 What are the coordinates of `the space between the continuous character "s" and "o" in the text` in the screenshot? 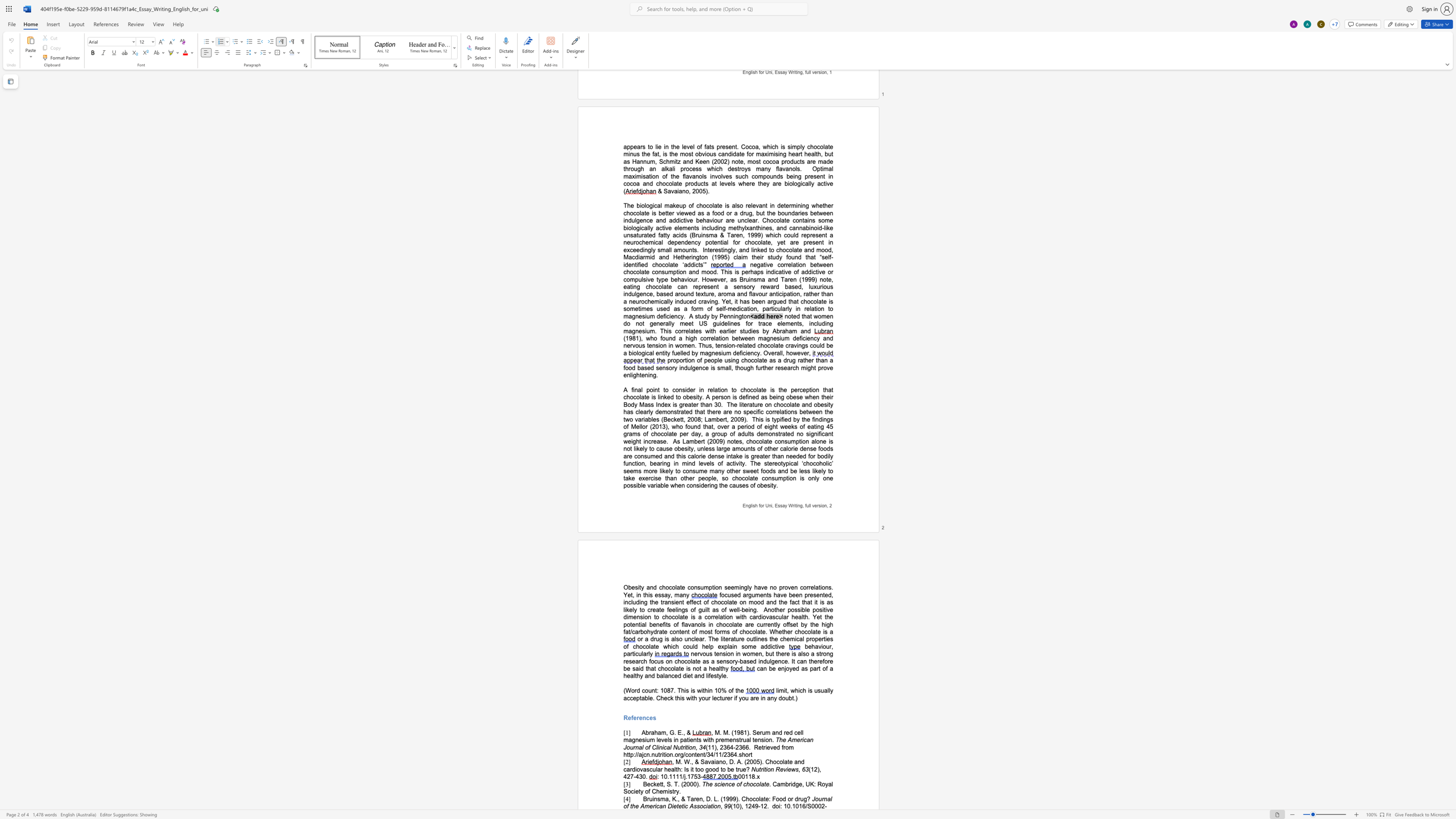 It's located at (699, 806).